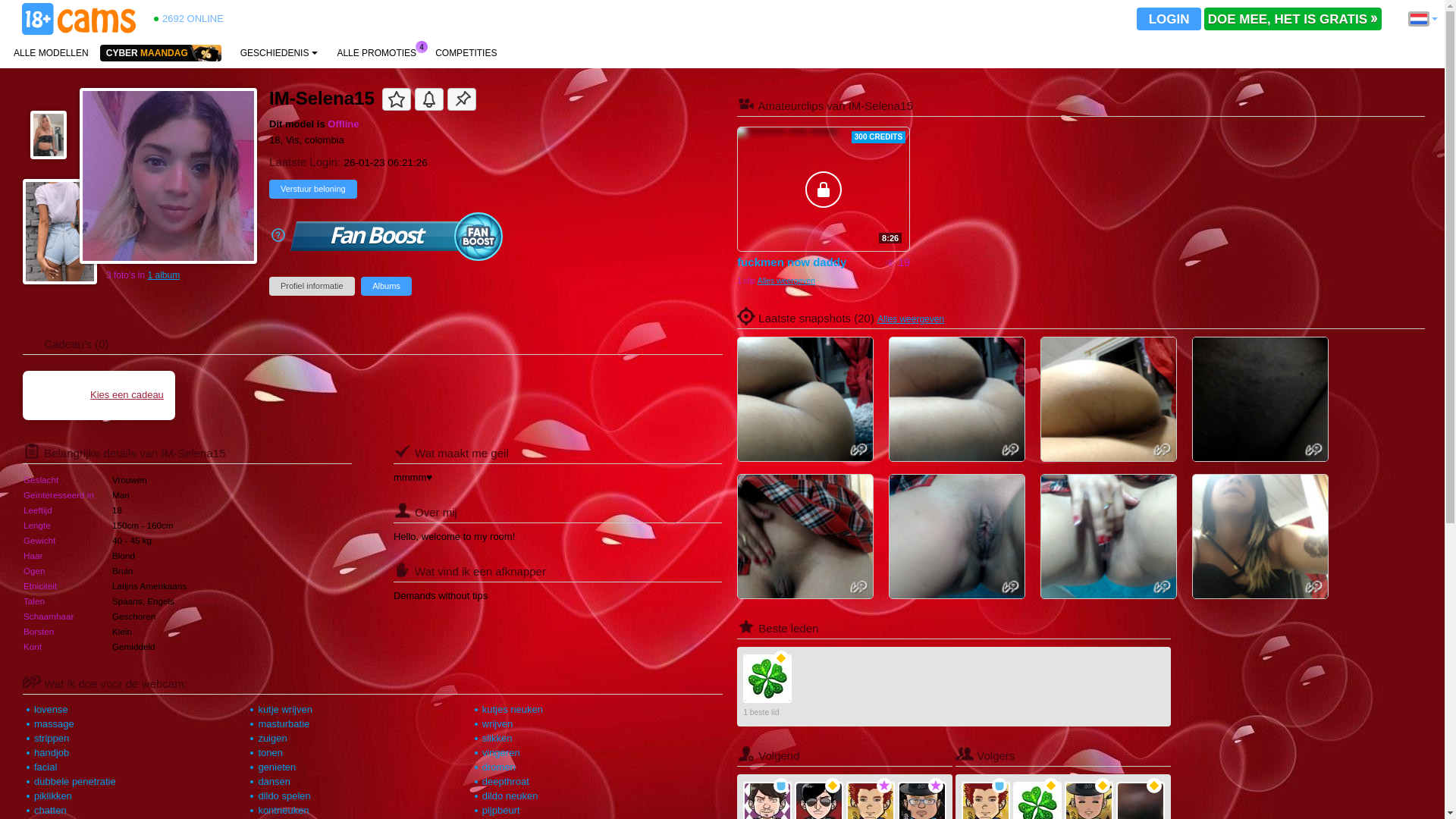 The image size is (1456, 819). I want to click on 'kutjes neuken', so click(513, 709).